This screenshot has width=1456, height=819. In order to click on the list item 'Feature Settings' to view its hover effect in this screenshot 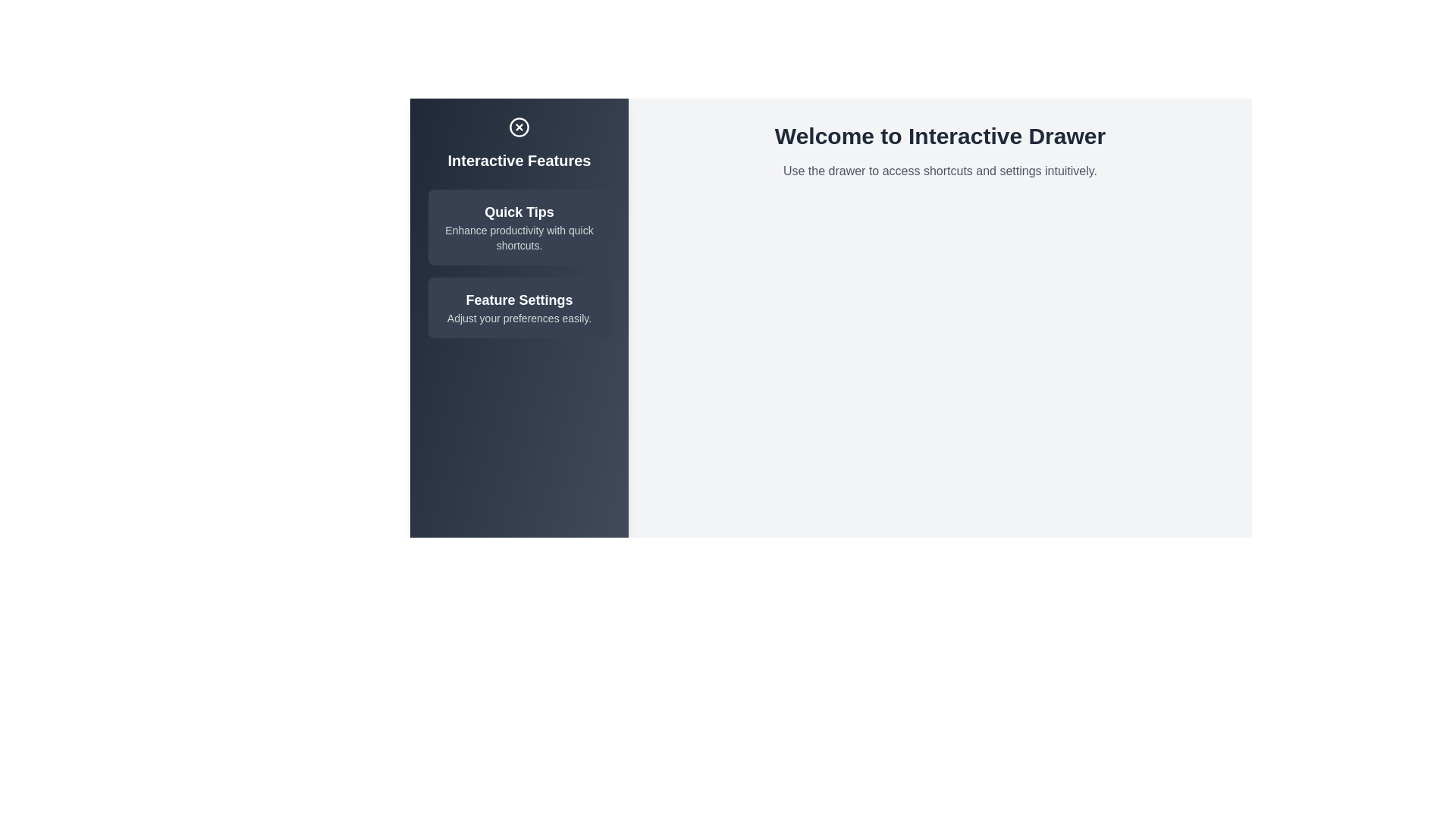, I will do `click(519, 307)`.